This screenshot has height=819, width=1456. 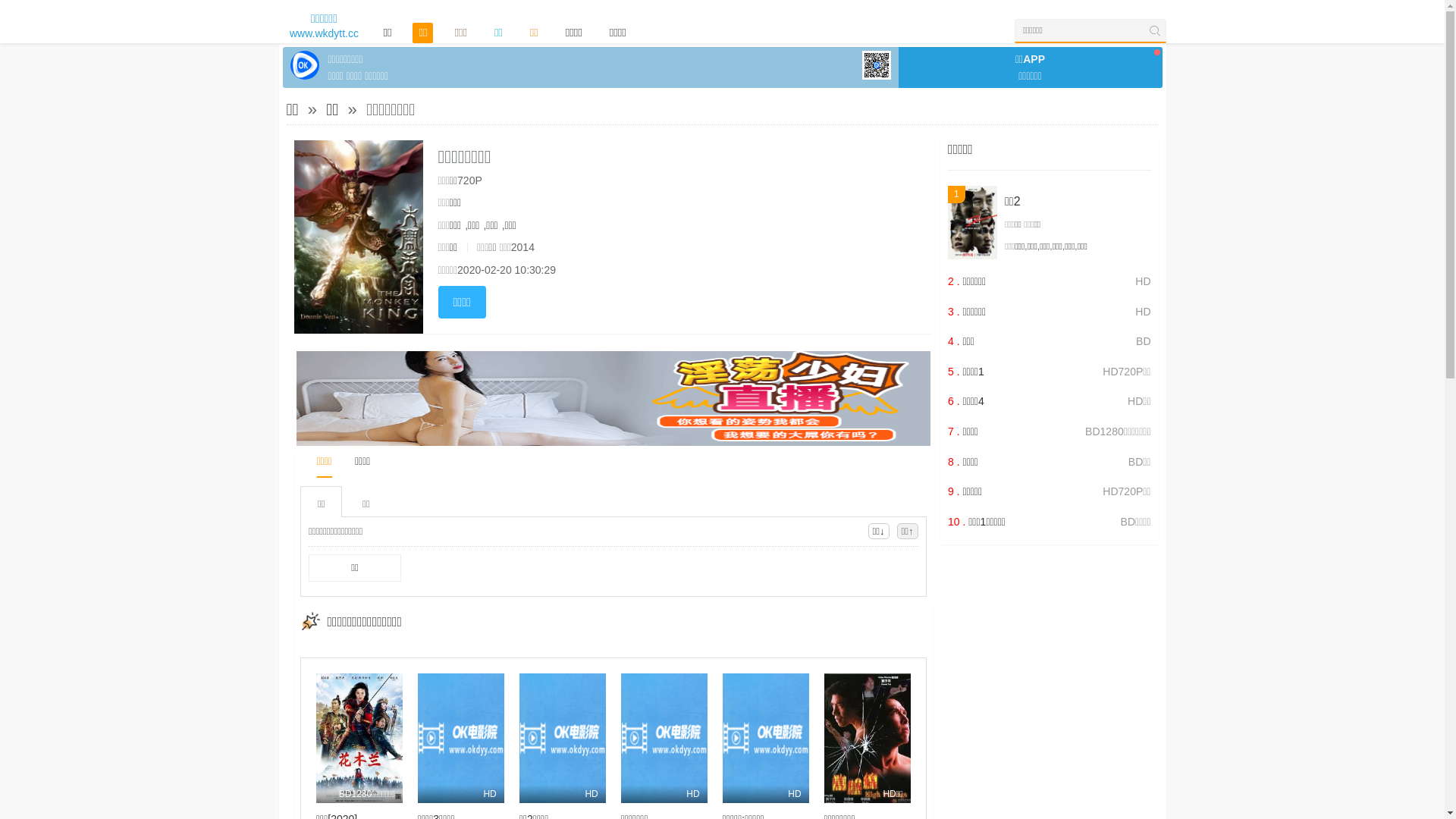 I want to click on 'HD', so click(x=519, y=737).